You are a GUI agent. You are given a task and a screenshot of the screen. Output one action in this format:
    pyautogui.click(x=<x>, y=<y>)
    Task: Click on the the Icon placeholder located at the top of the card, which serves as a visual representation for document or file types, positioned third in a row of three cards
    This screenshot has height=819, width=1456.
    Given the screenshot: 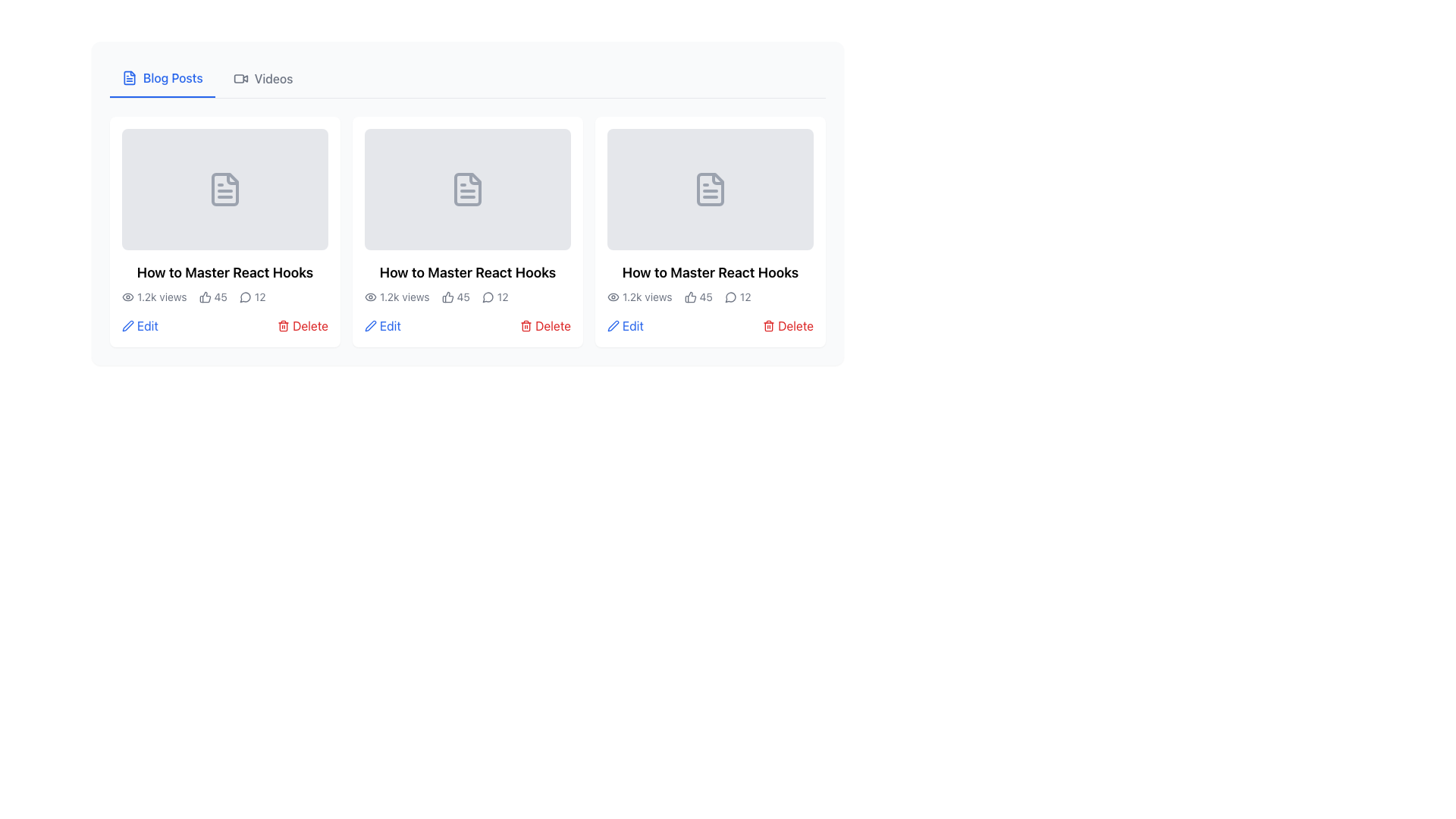 What is the action you would take?
    pyautogui.click(x=709, y=189)
    